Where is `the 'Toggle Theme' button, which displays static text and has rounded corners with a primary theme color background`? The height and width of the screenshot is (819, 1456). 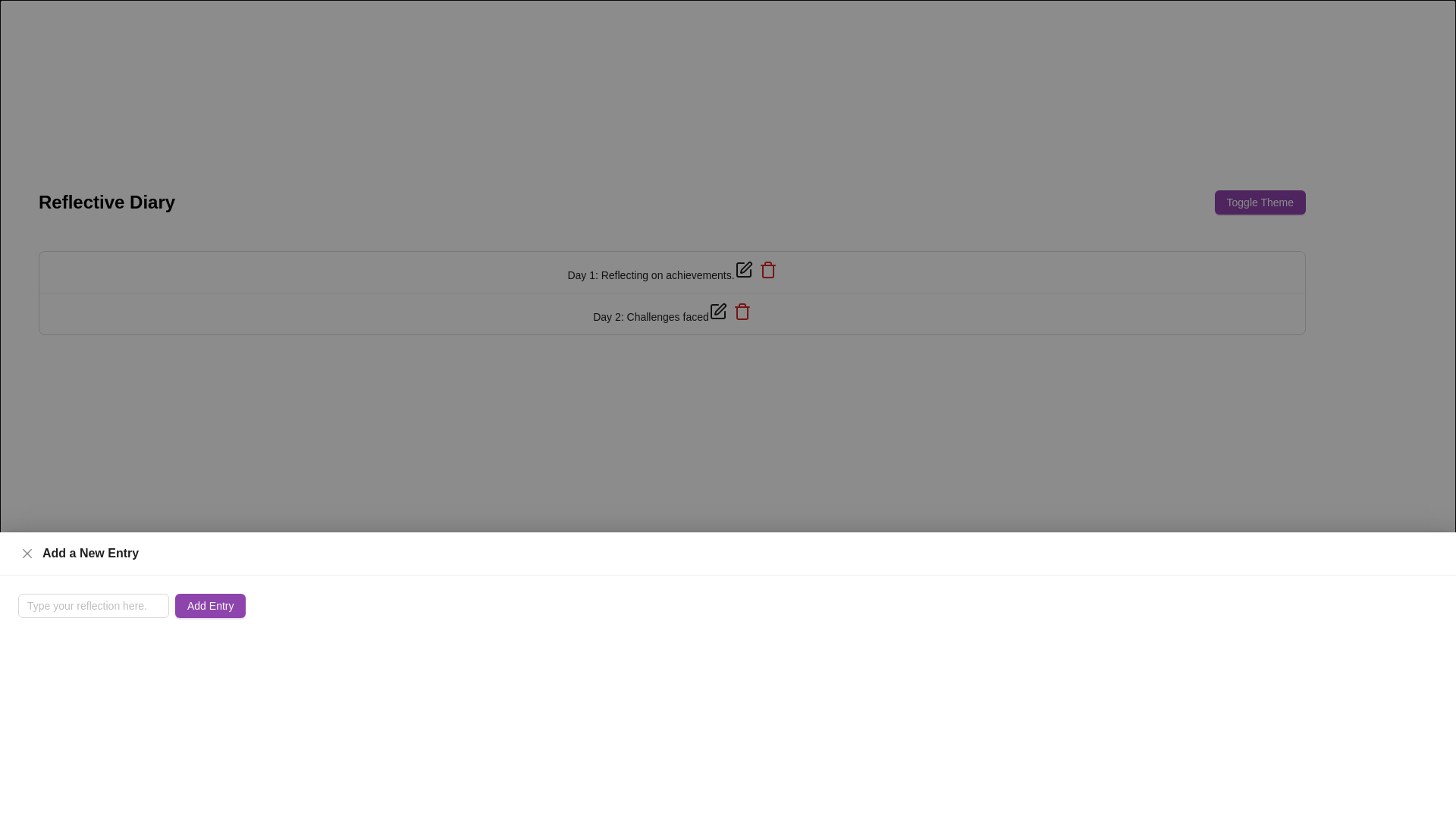
the 'Toggle Theme' button, which displays static text and has rounded corners with a primary theme color background is located at coordinates (1260, 201).